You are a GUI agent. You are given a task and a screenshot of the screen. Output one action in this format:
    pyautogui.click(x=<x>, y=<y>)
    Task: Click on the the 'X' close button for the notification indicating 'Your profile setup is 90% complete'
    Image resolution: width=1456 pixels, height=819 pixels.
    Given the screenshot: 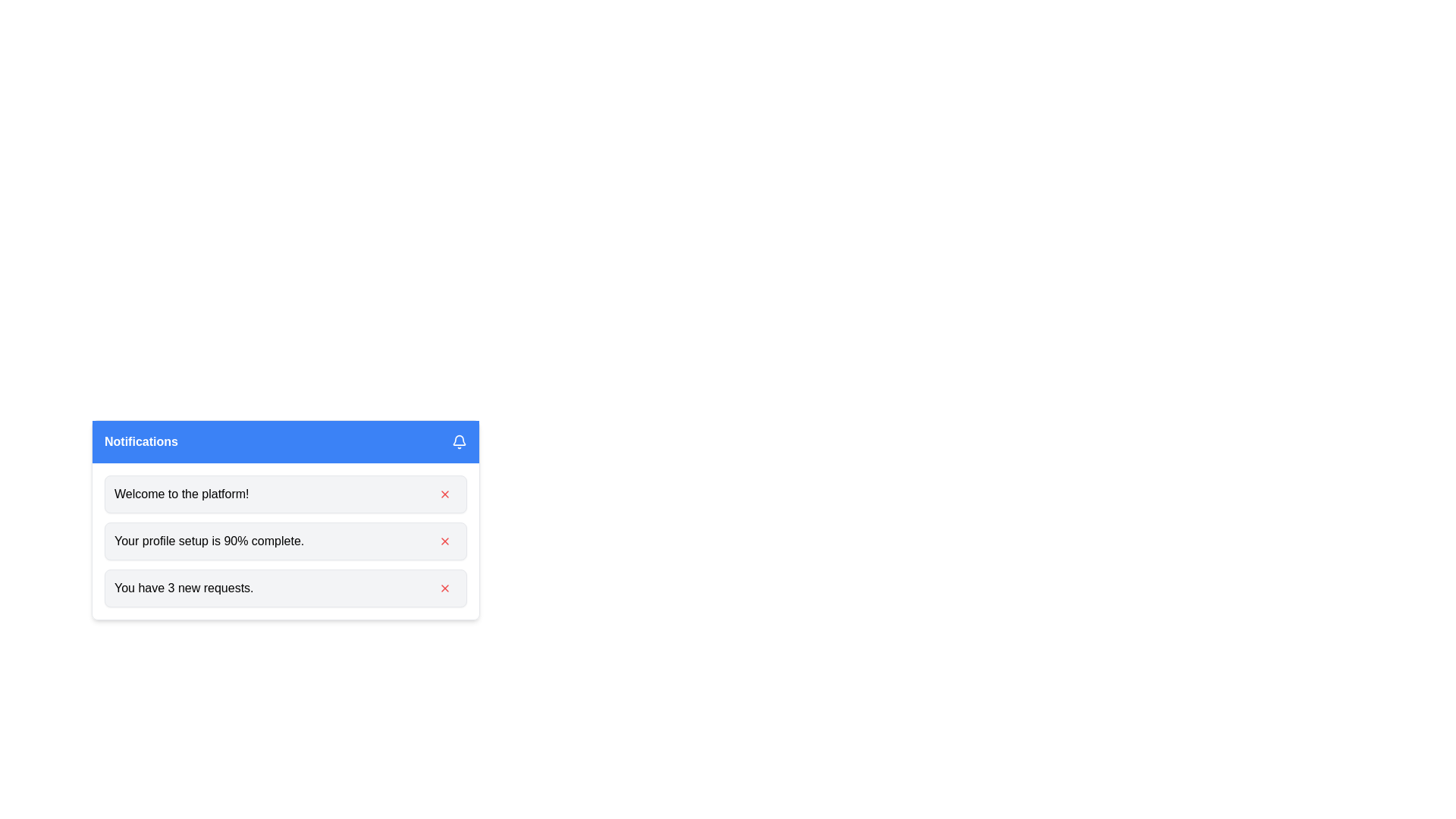 What is the action you would take?
    pyautogui.click(x=444, y=540)
    